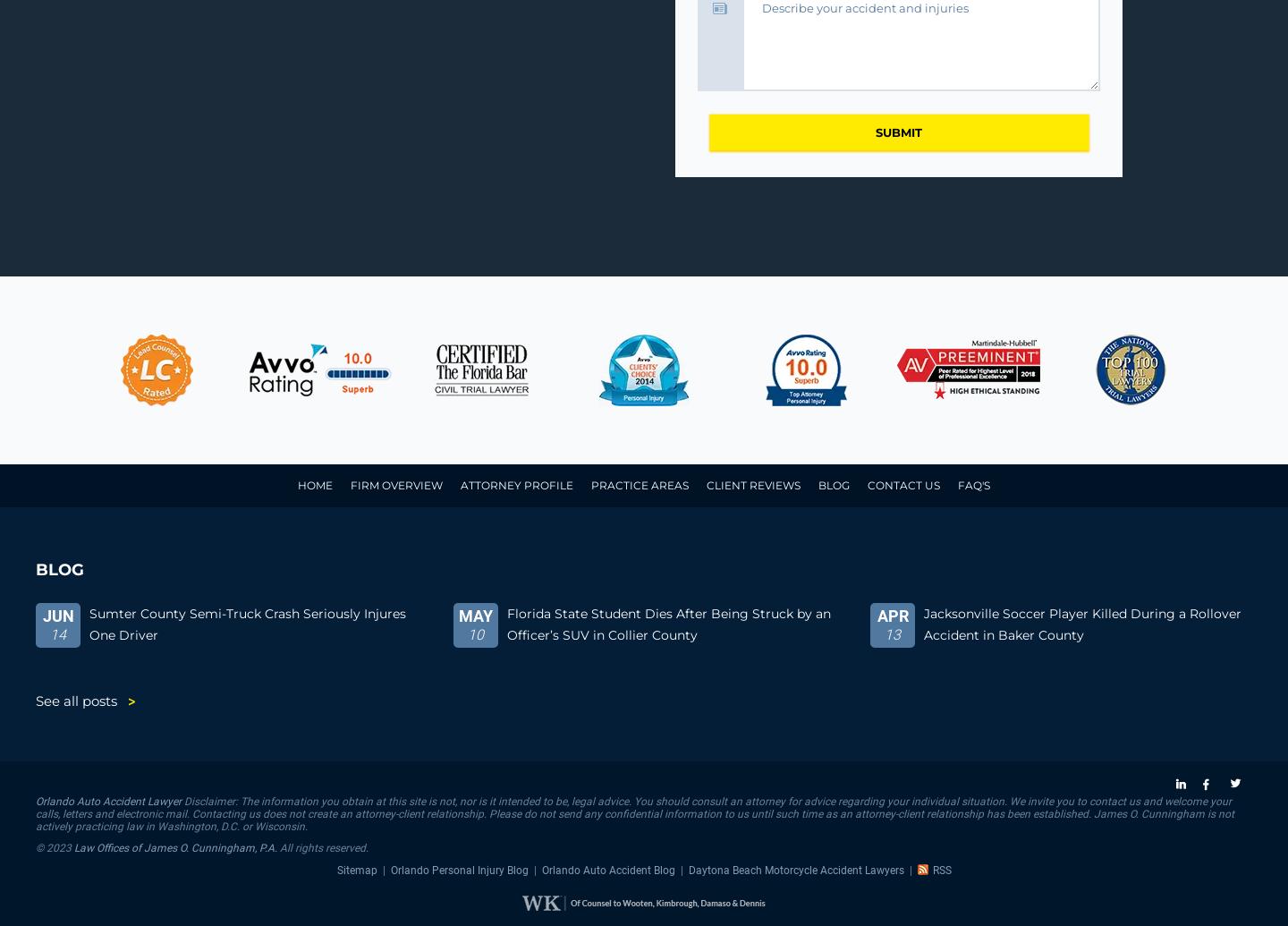 The height and width of the screenshot is (926, 1288). What do you see at coordinates (55, 846) in the screenshot?
I see `'© 2023'` at bounding box center [55, 846].